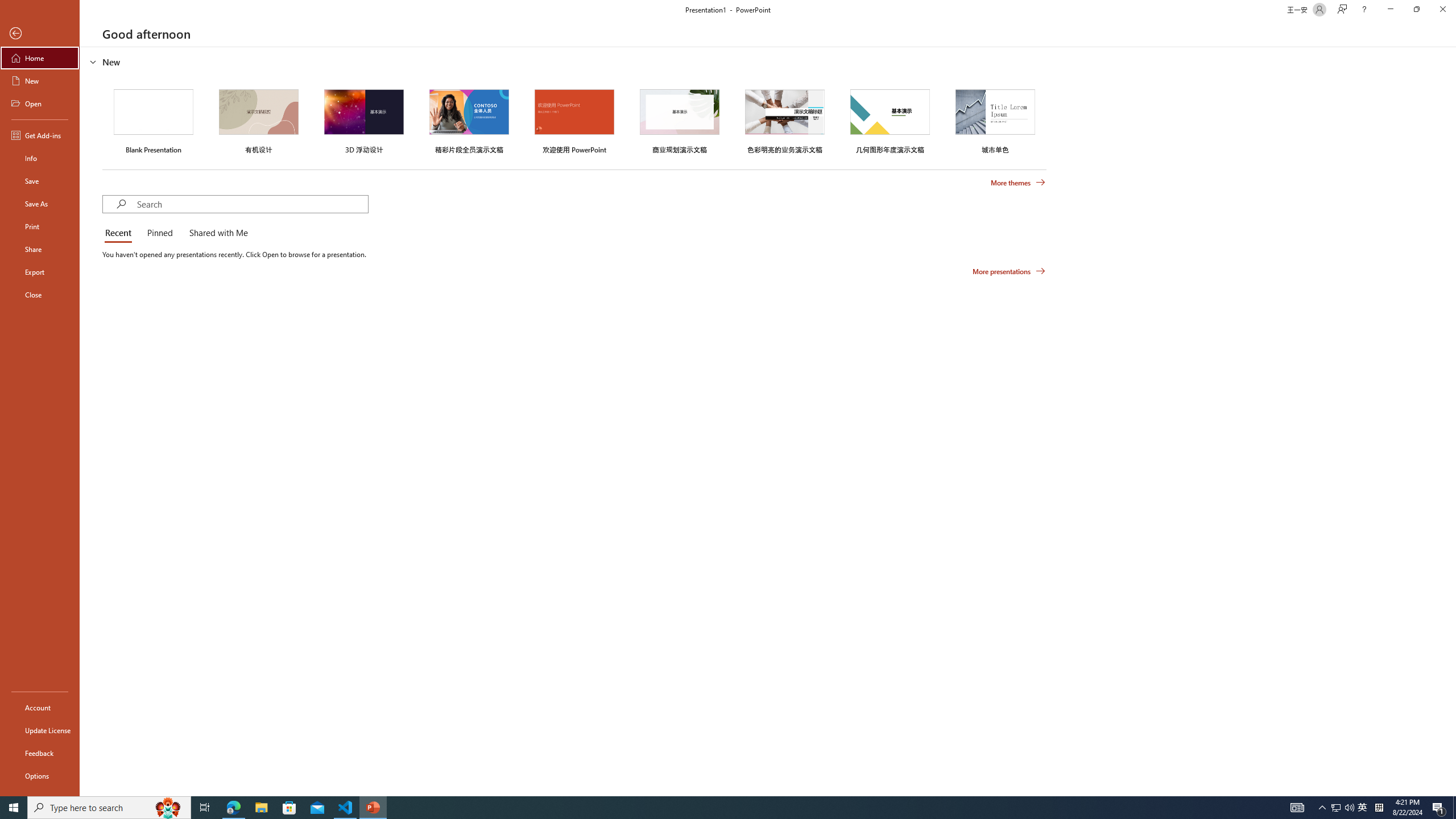 This screenshot has width=1456, height=819. Describe the element at coordinates (39, 775) in the screenshot. I see `'Options'` at that location.